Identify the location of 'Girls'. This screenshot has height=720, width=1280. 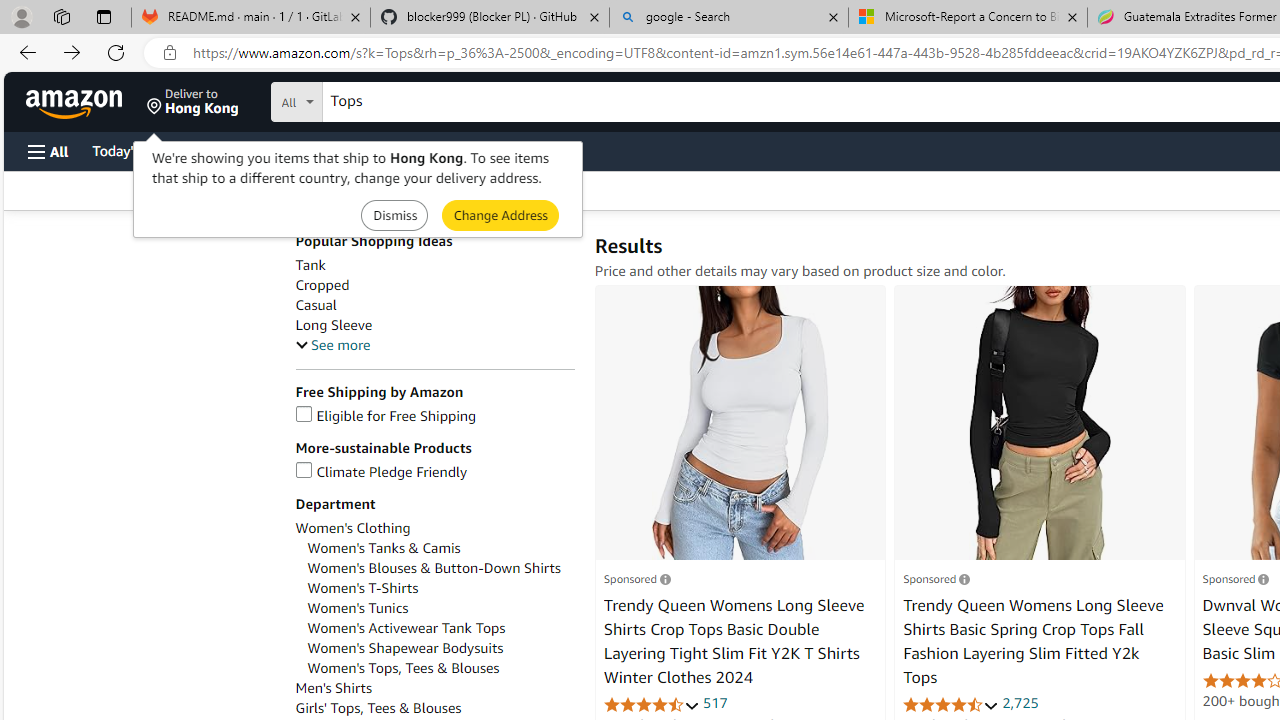
(378, 707).